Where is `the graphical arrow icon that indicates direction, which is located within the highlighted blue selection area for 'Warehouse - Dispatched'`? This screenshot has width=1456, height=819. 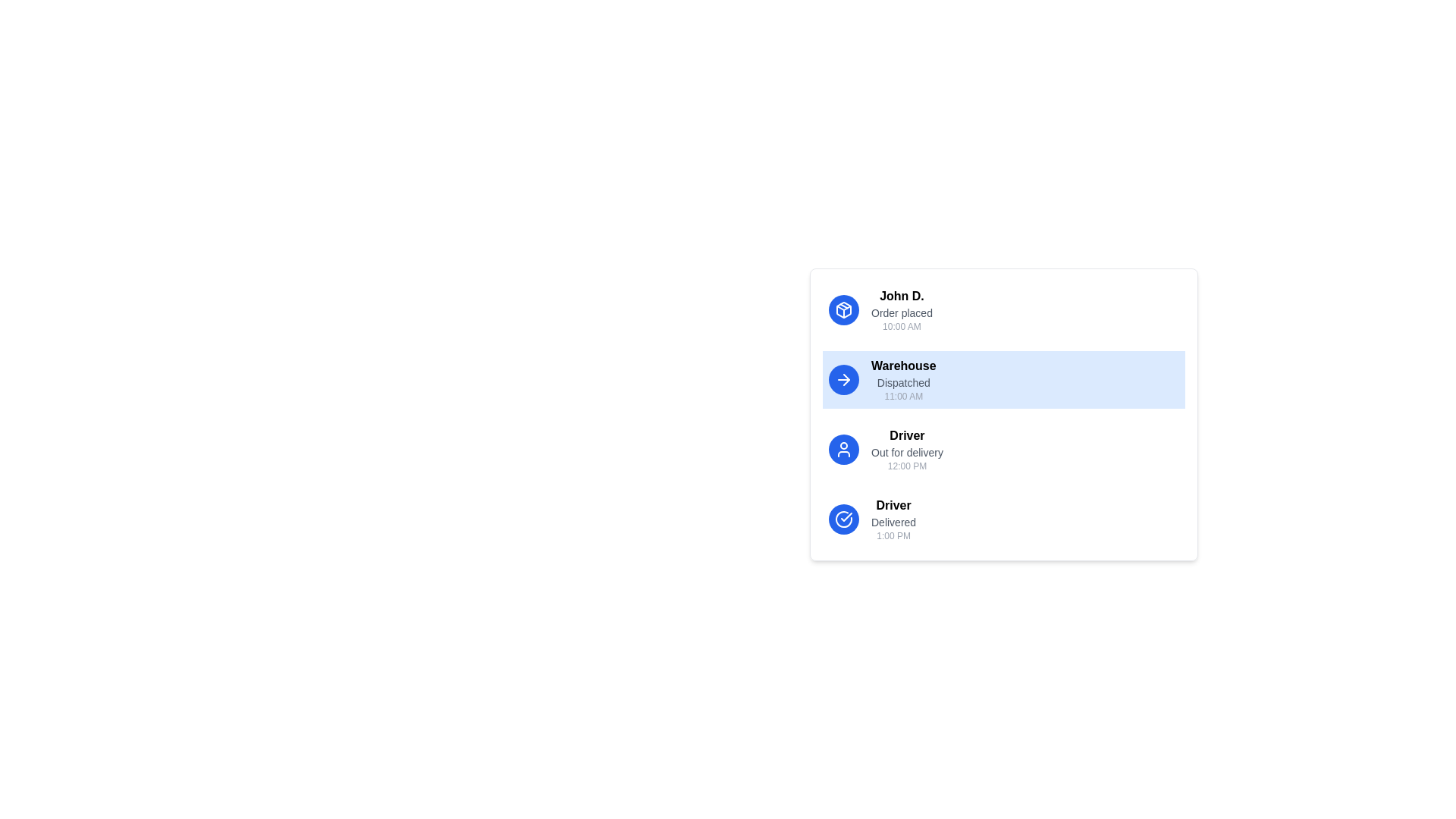
the graphical arrow icon that indicates direction, which is located within the highlighted blue selection area for 'Warehouse - Dispatched' is located at coordinates (846, 379).